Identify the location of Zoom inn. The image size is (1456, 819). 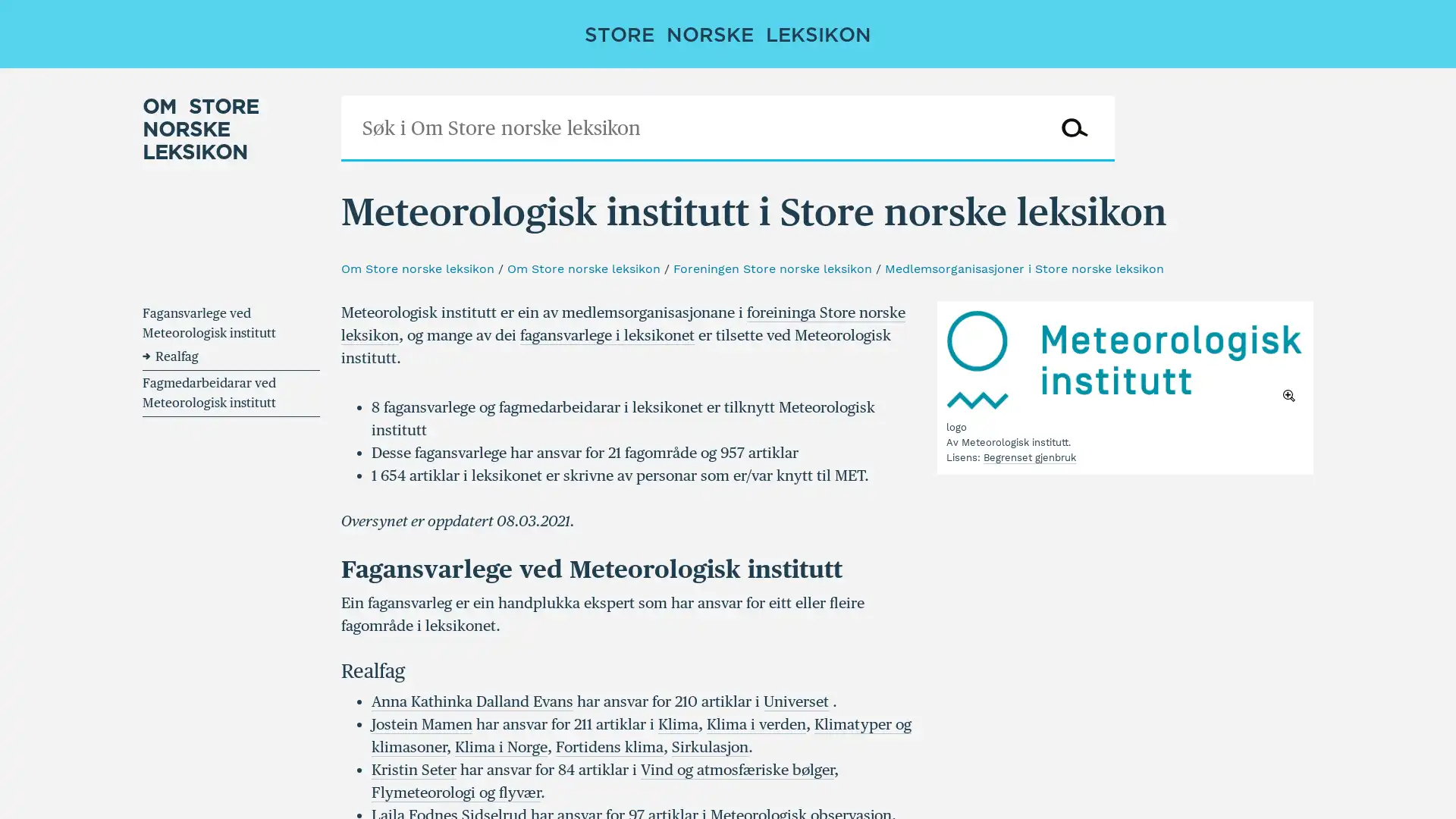
(1125, 359).